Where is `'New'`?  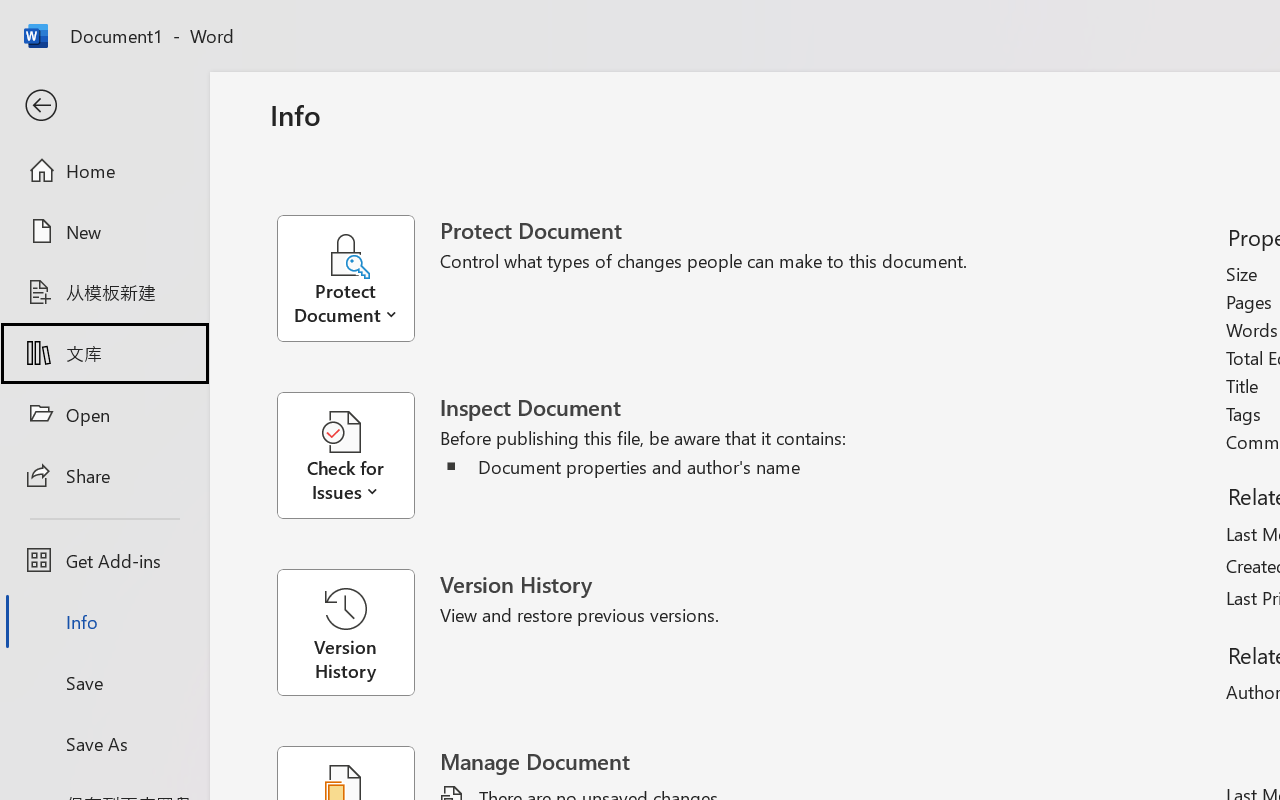
'New' is located at coordinates (103, 231).